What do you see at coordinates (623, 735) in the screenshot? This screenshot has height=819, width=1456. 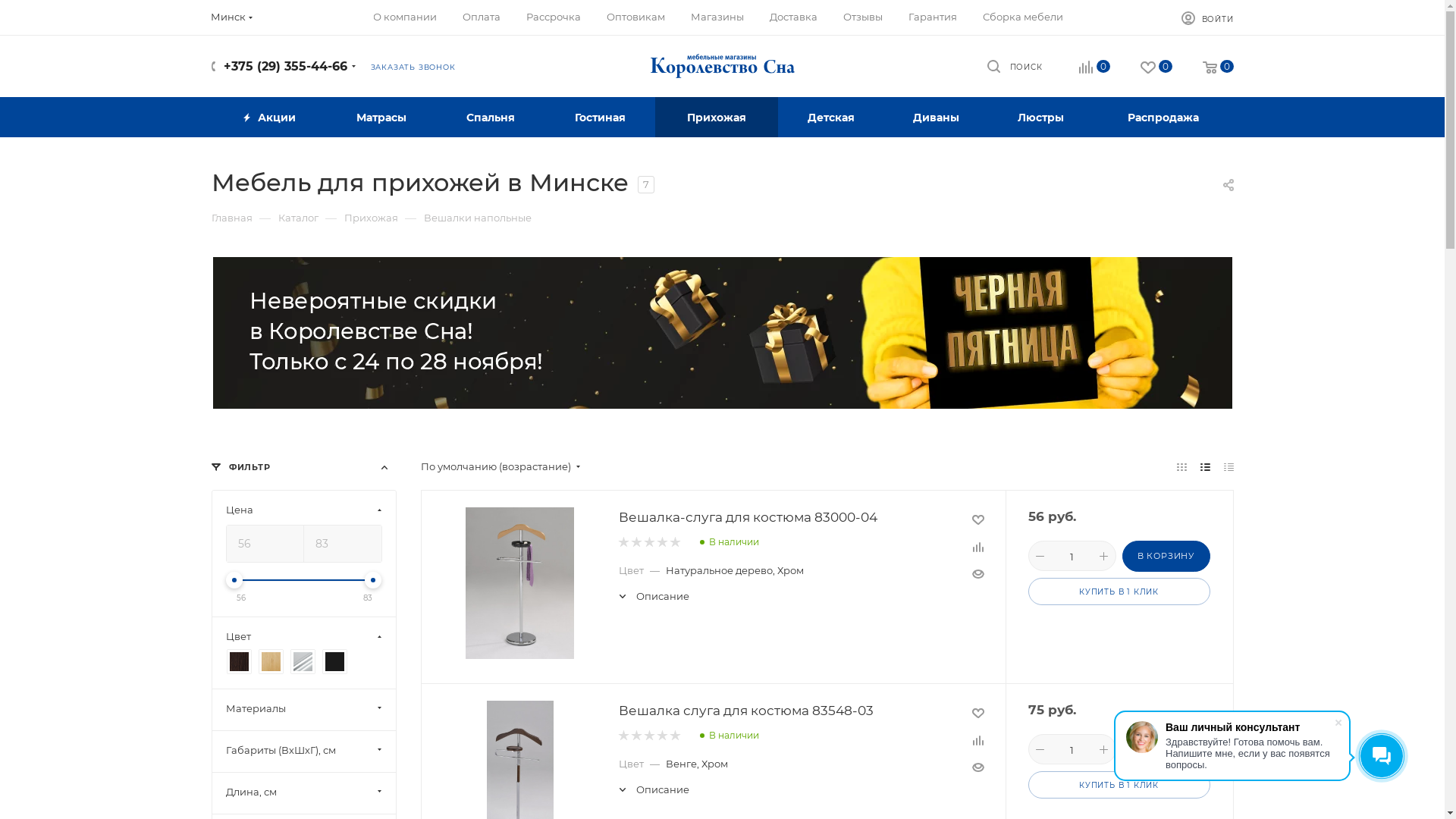 I see `'1'` at bounding box center [623, 735].